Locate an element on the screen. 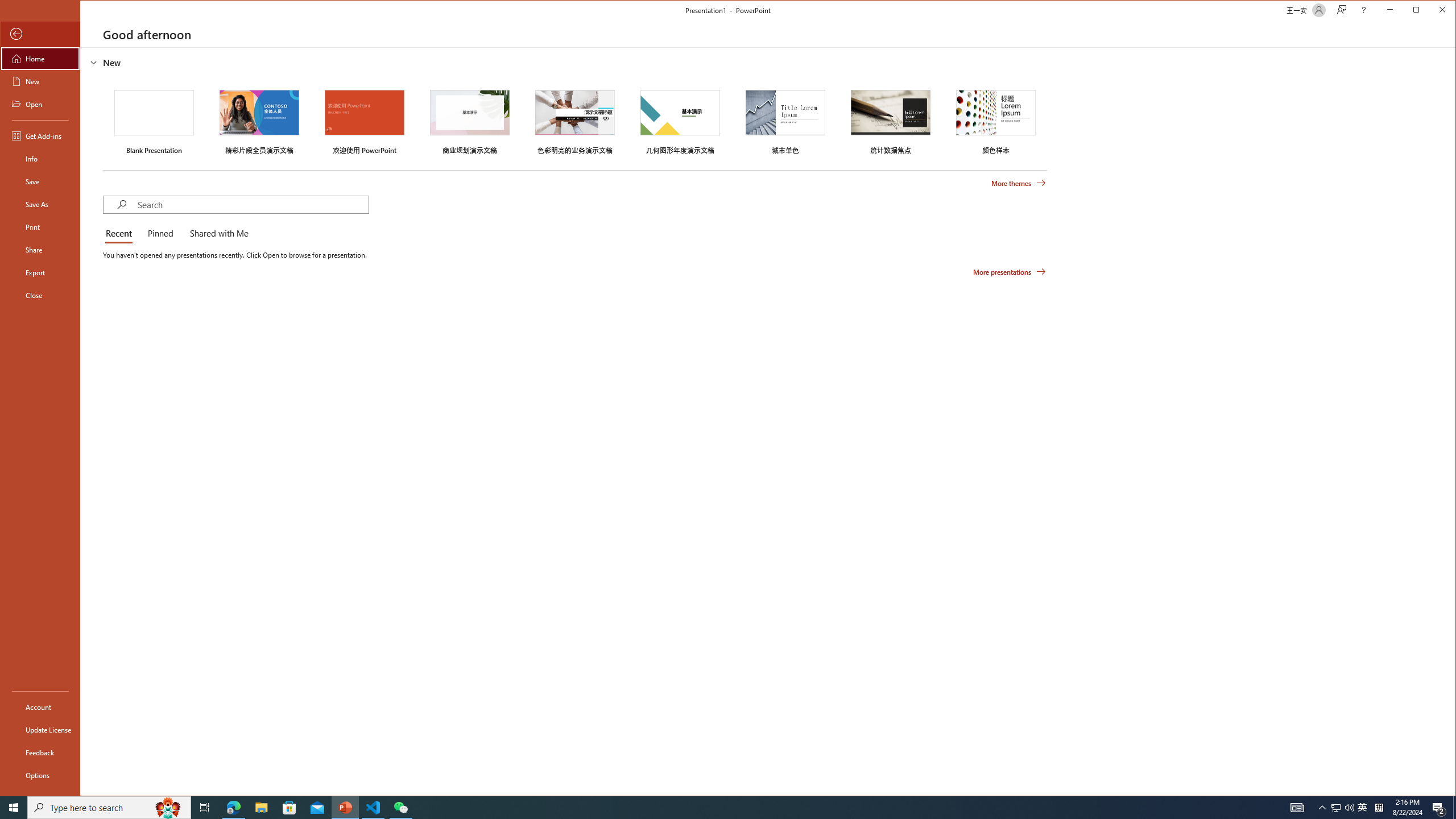  'WeChat - 1 running window' is located at coordinates (401, 806).